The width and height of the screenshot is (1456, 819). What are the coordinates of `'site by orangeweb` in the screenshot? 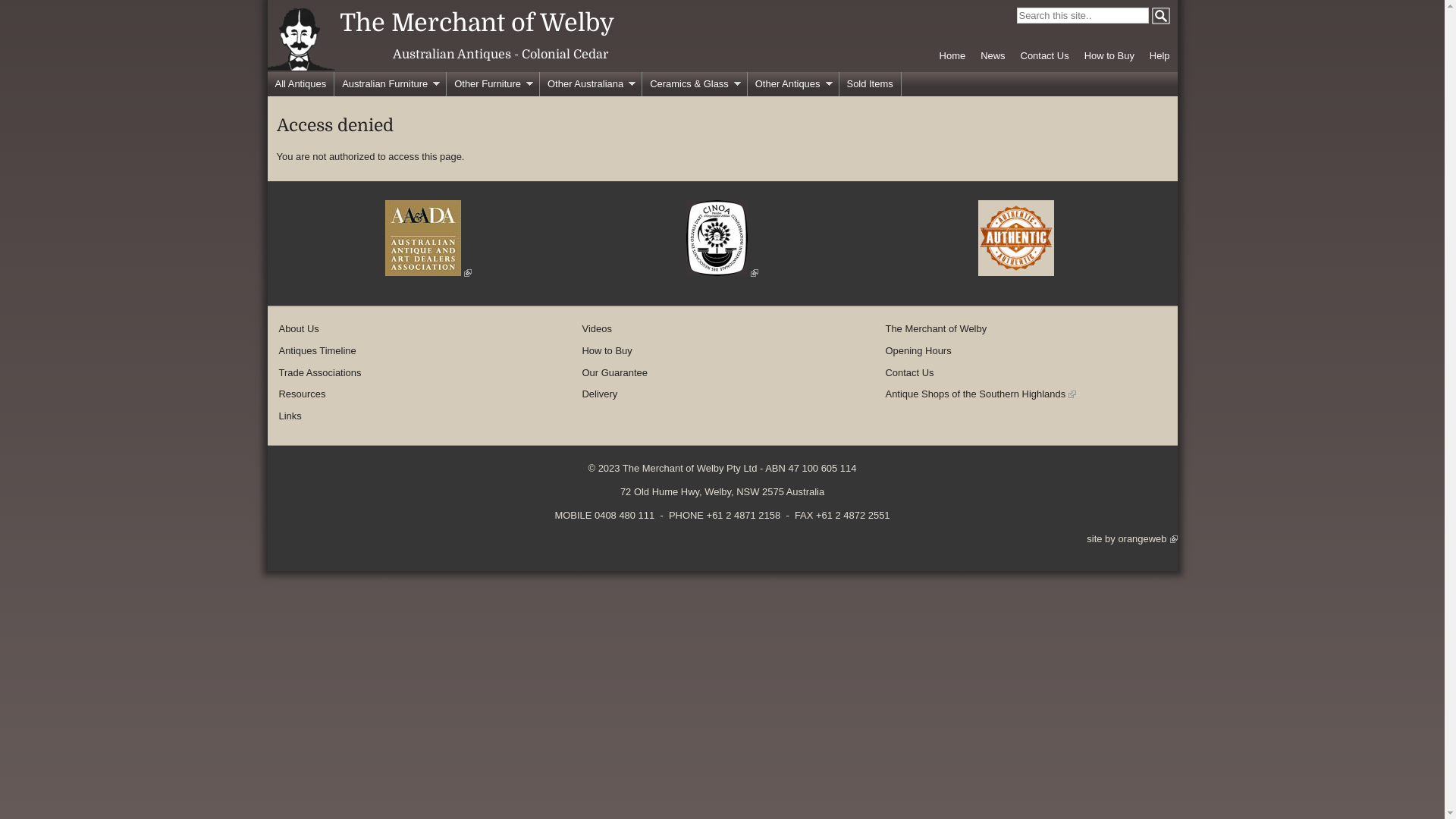 It's located at (1131, 538).